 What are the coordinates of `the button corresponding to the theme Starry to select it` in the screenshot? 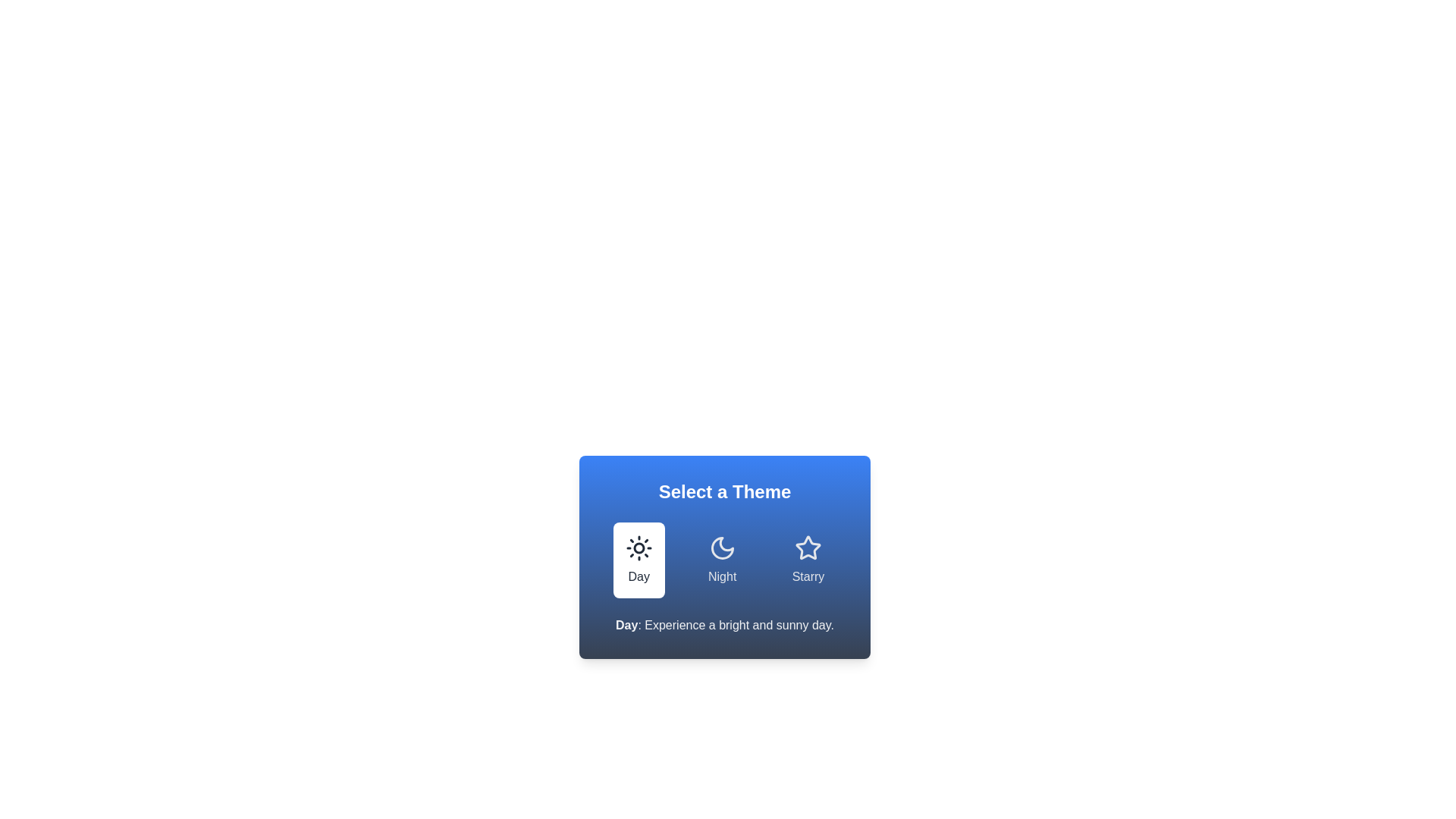 It's located at (807, 560).